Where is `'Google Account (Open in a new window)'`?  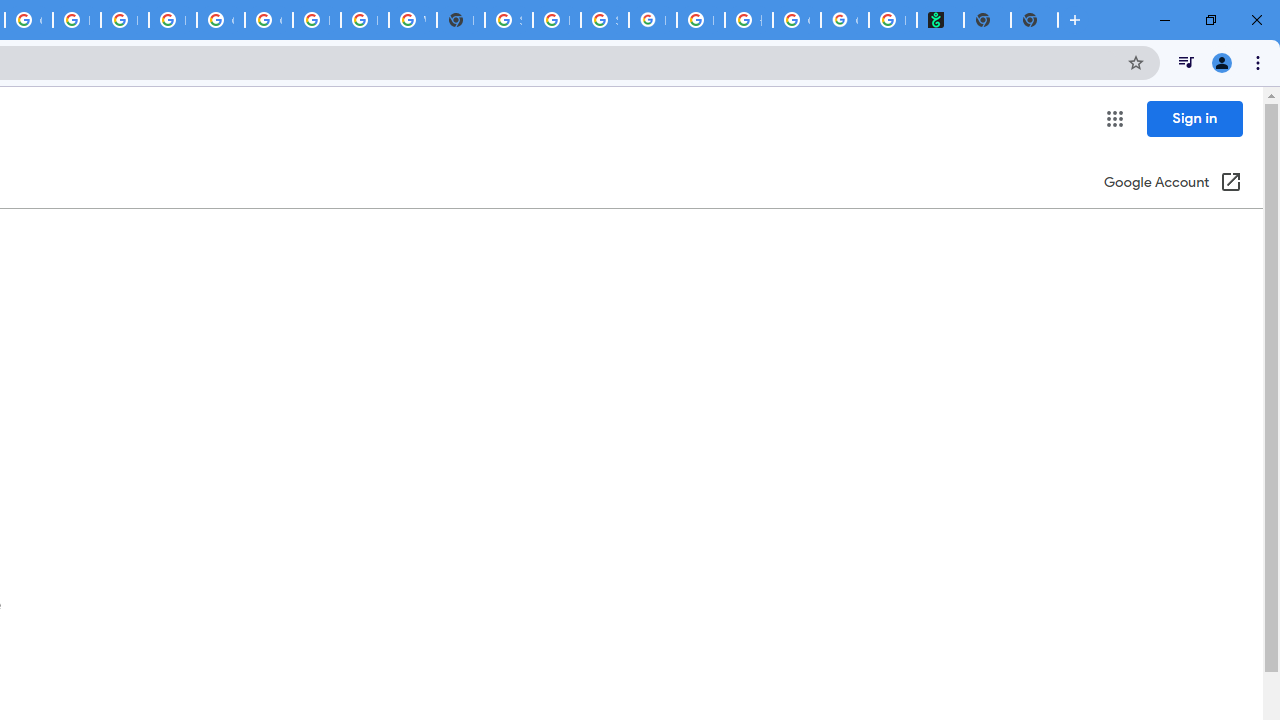 'Google Account (Open in a new window)' is located at coordinates (1173, 183).